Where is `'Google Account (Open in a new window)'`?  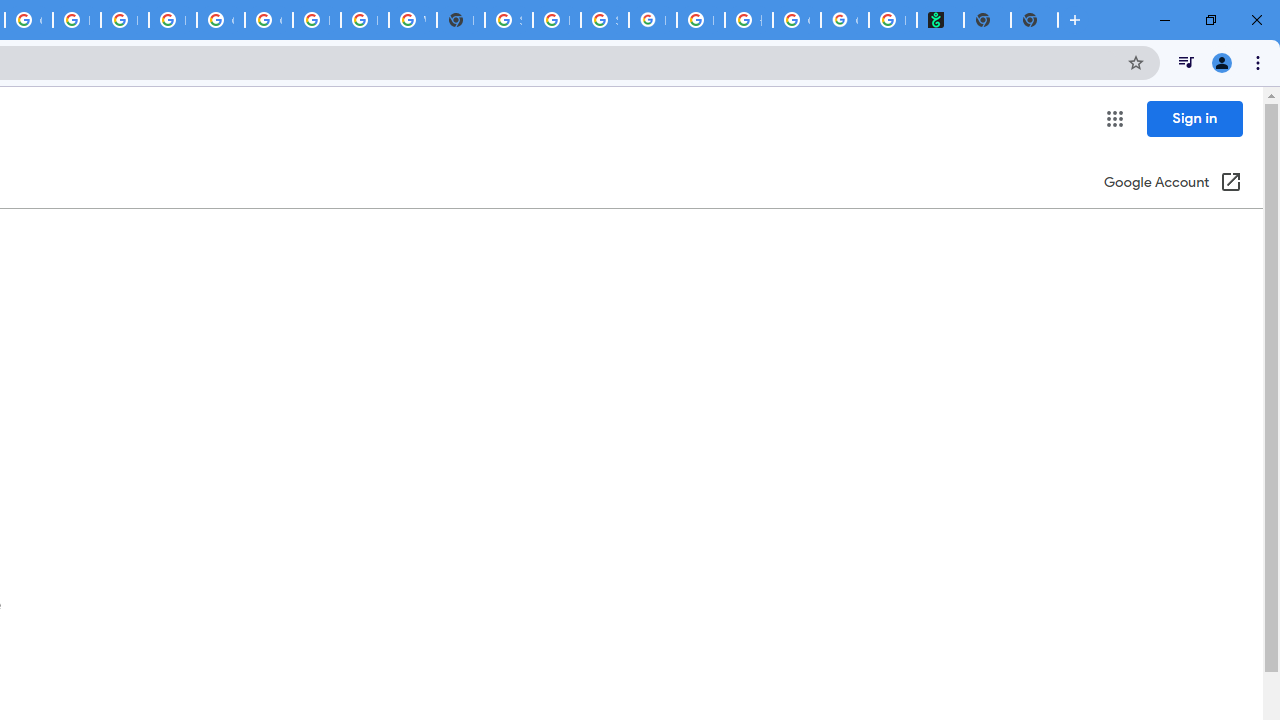 'Google Account (Open in a new window)' is located at coordinates (1173, 183).